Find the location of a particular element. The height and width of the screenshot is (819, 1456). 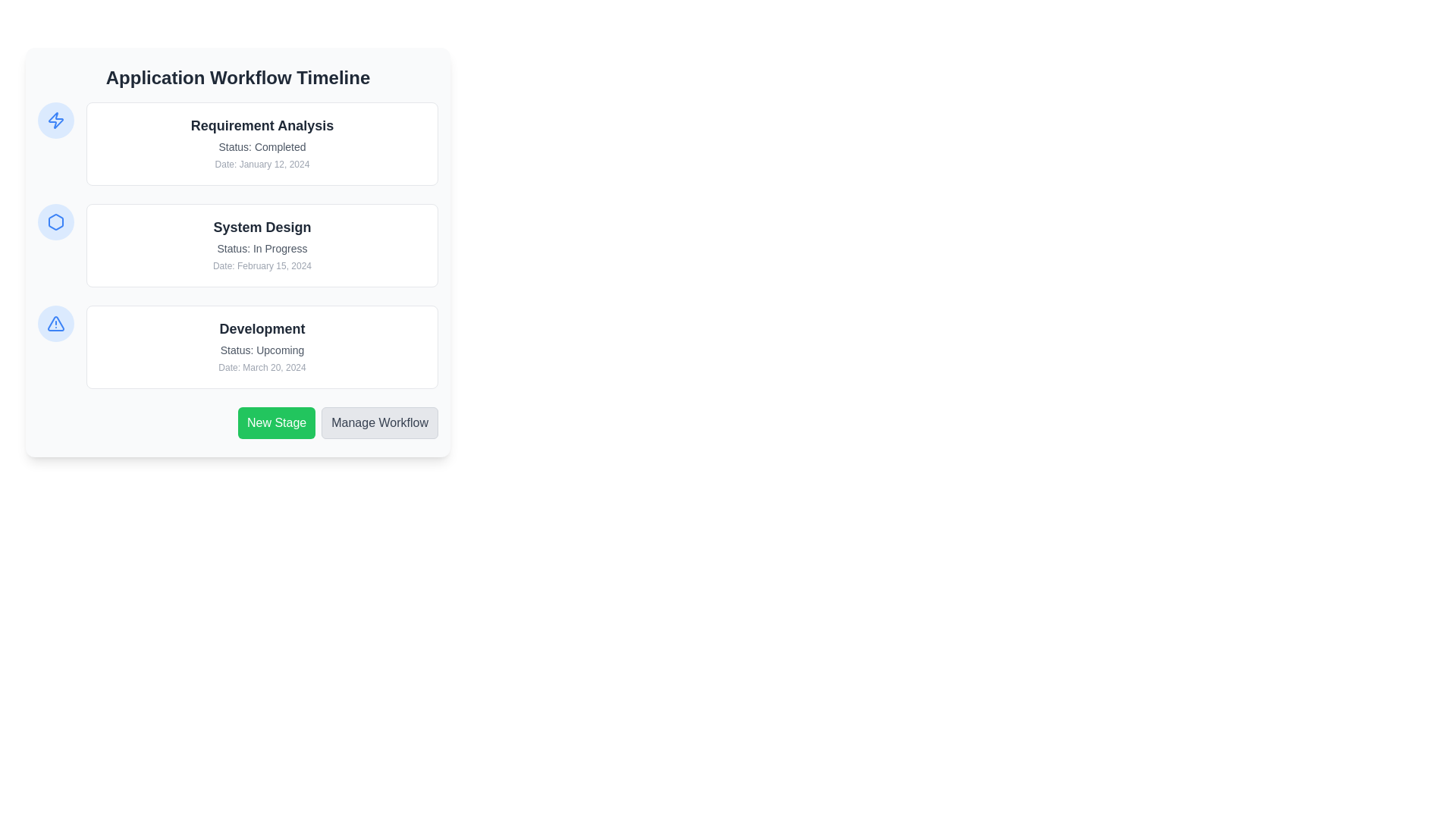

the 'Requirement Analysis' icon in the top-left section of the interface, which indicates the current state as 'Completed' and shows the date 'January 12, 2024' is located at coordinates (55, 119).